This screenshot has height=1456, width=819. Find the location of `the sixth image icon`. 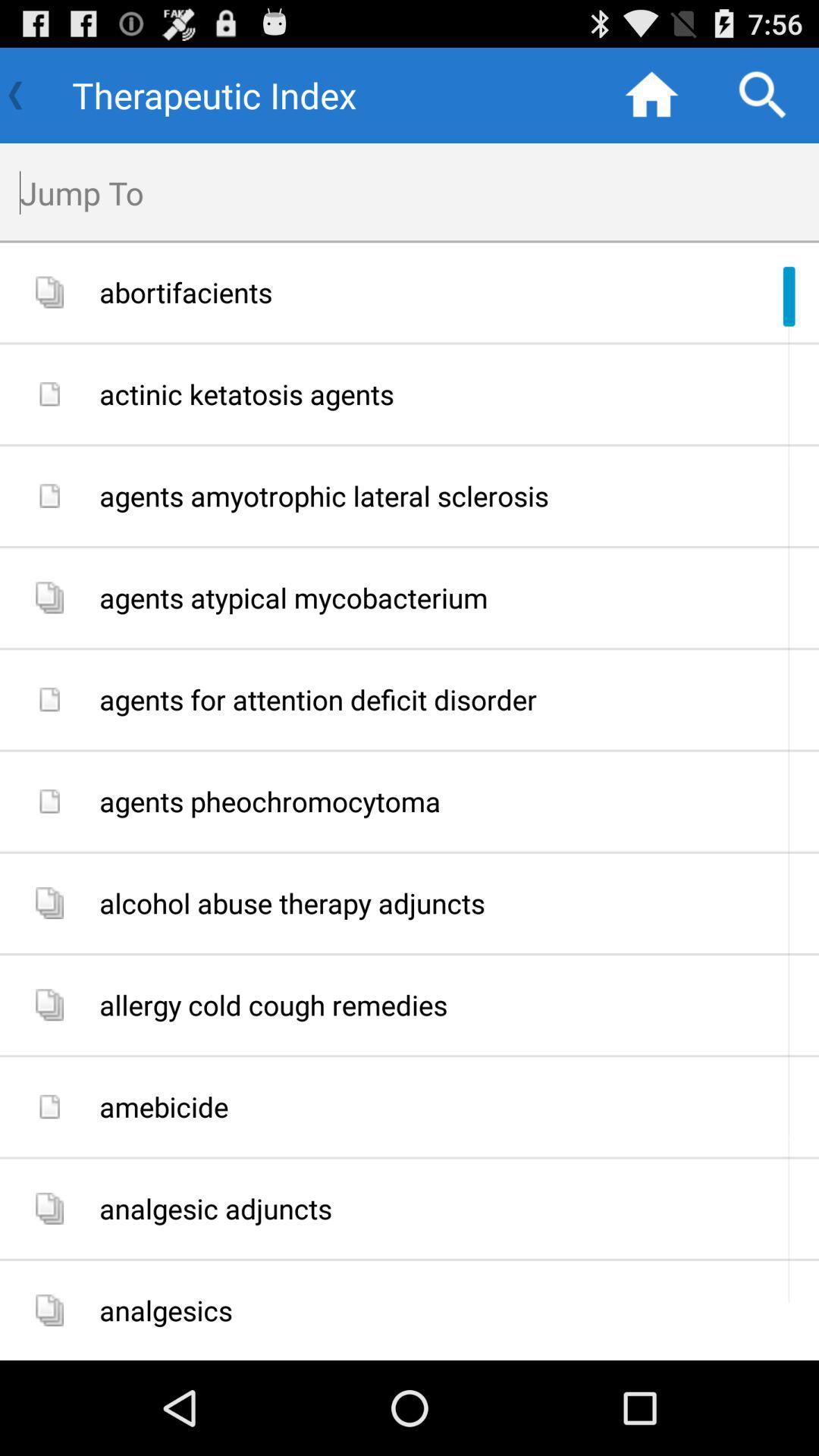

the sixth image icon is located at coordinates (49, 800).